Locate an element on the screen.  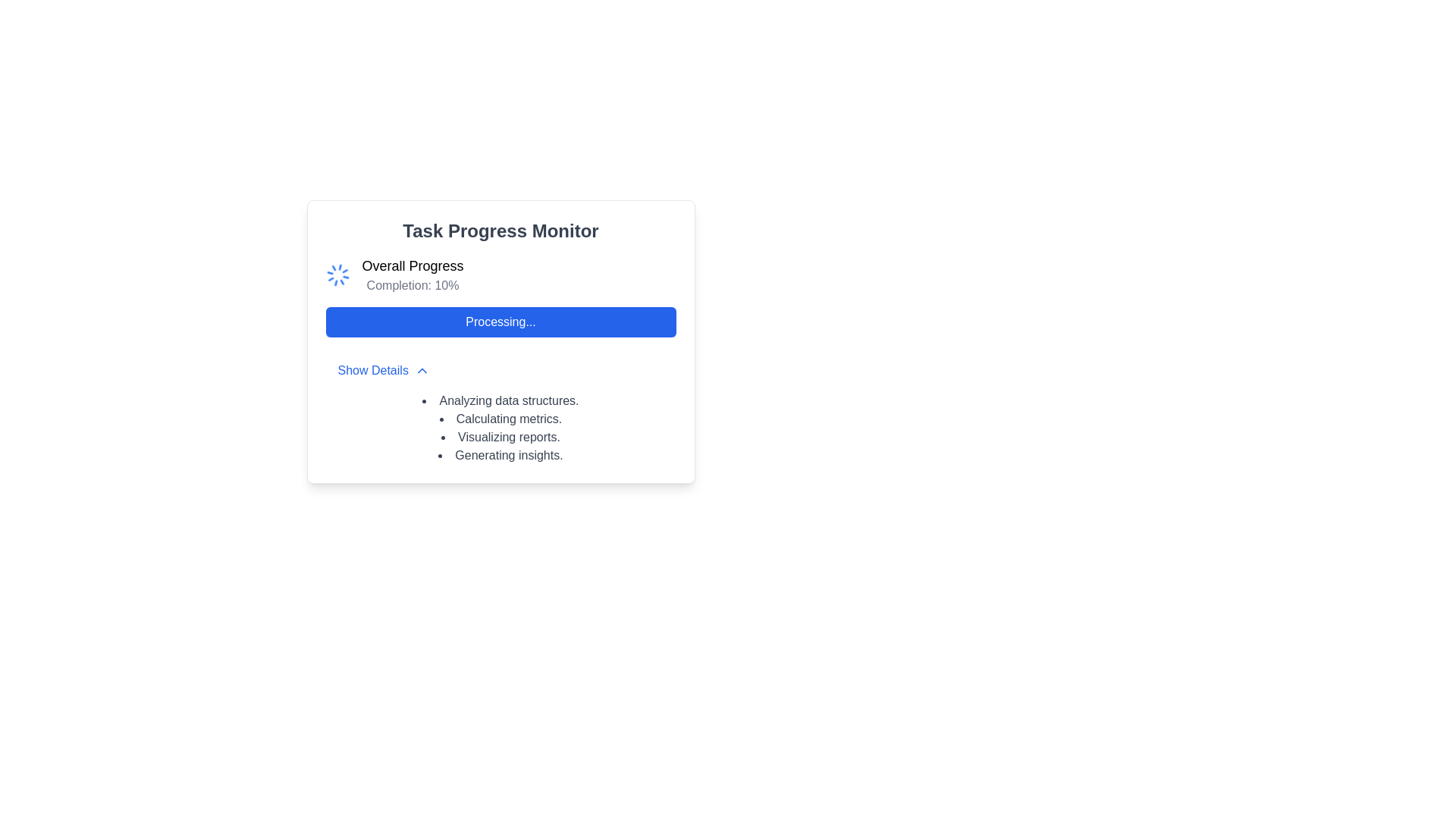
listed items in the 'Show Details' section of the Collapsible Content Section, which includes 'Analyzing data structures', 'Calculating metrics', 'Visualizing reports', and 'Generating insights' is located at coordinates (500, 409).